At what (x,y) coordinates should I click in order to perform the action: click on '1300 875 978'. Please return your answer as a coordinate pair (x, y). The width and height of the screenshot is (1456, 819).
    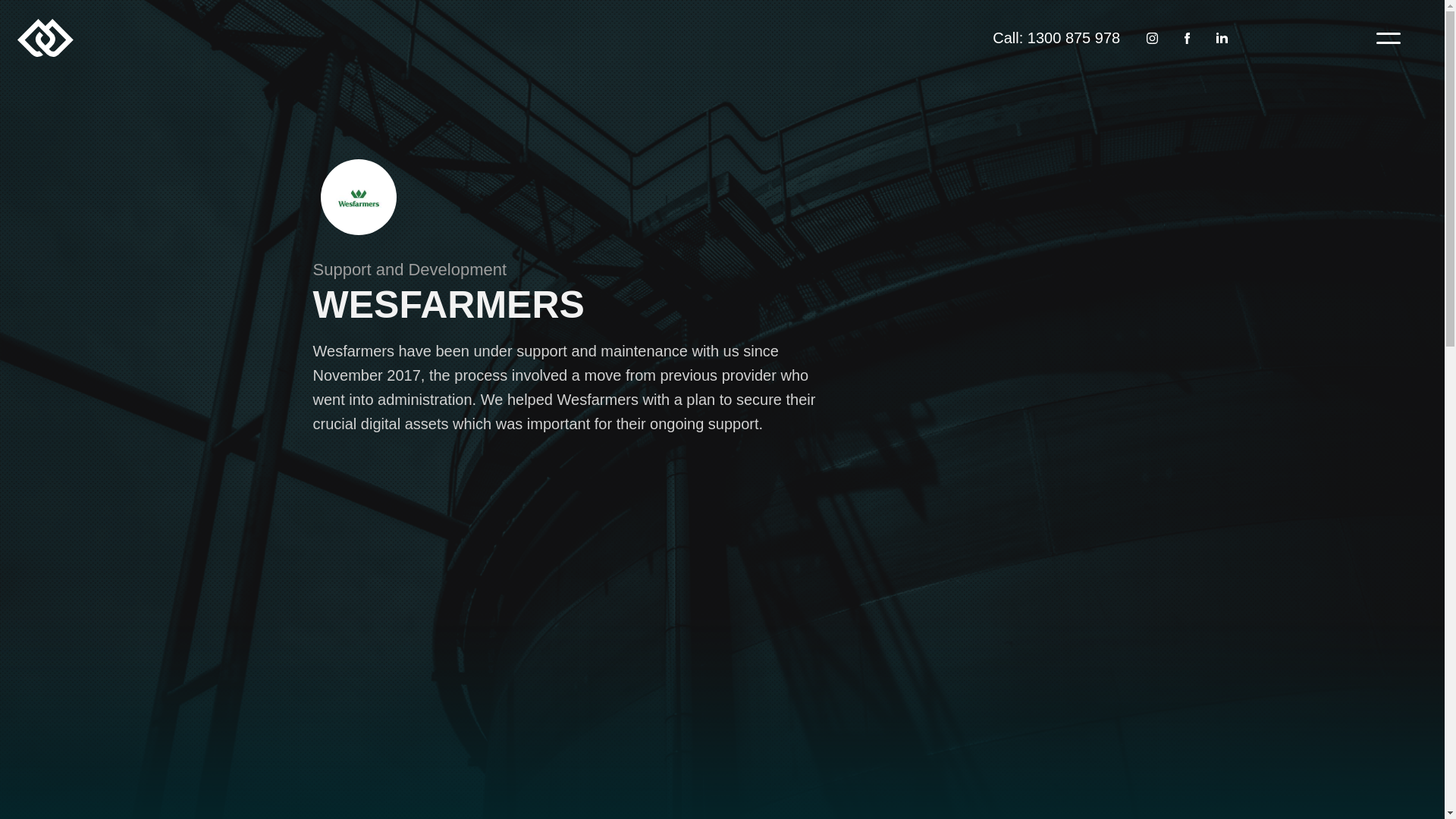
    Looking at the image, I should click on (1073, 37).